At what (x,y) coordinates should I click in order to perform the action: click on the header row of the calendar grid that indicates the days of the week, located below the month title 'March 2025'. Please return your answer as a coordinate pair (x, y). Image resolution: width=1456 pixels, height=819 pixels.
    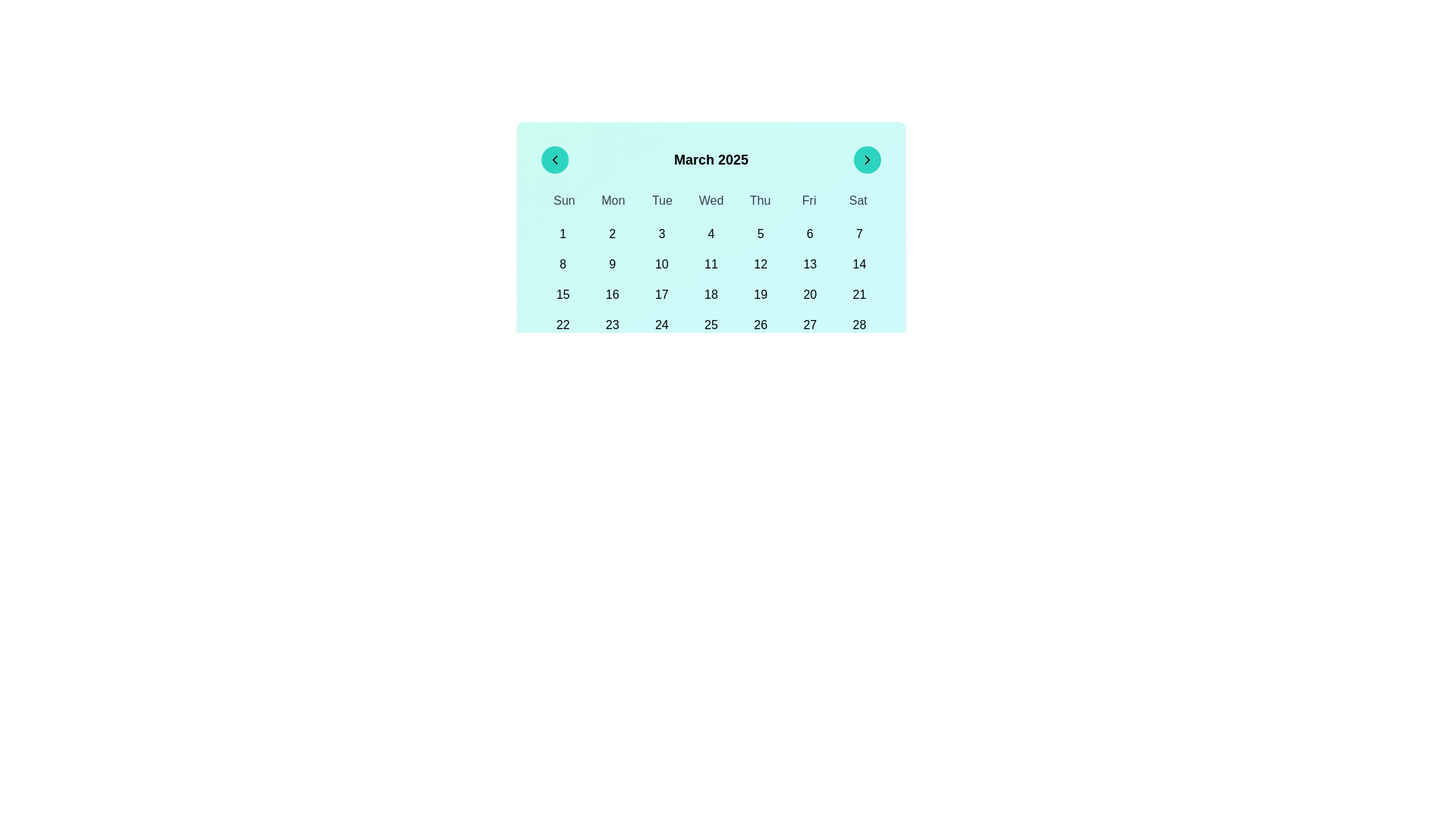
    Looking at the image, I should click on (710, 200).